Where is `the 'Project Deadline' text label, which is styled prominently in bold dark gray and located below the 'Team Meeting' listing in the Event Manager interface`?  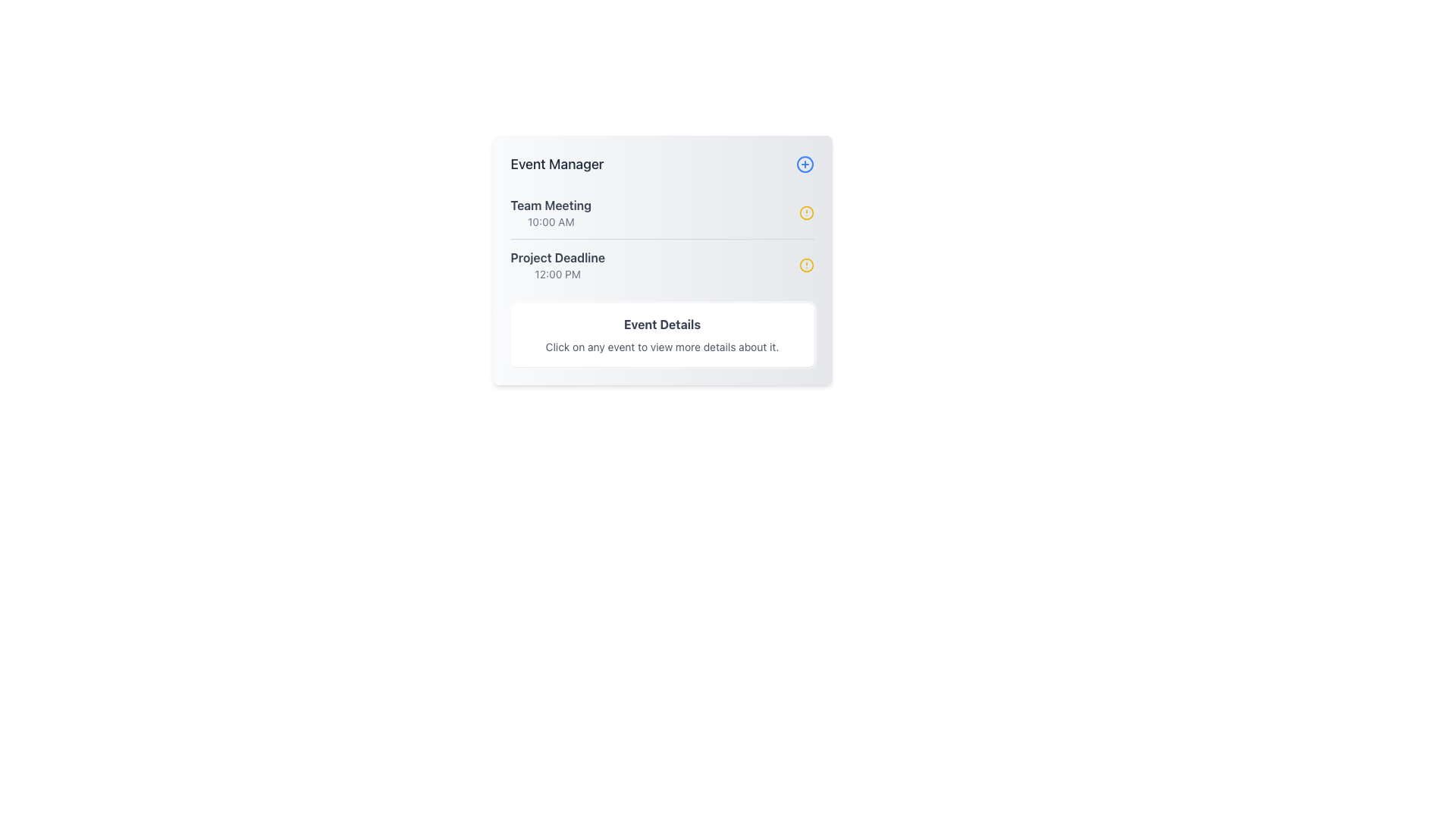 the 'Project Deadline' text label, which is styled prominently in bold dark gray and located below the 'Team Meeting' listing in the Event Manager interface is located at coordinates (557, 256).